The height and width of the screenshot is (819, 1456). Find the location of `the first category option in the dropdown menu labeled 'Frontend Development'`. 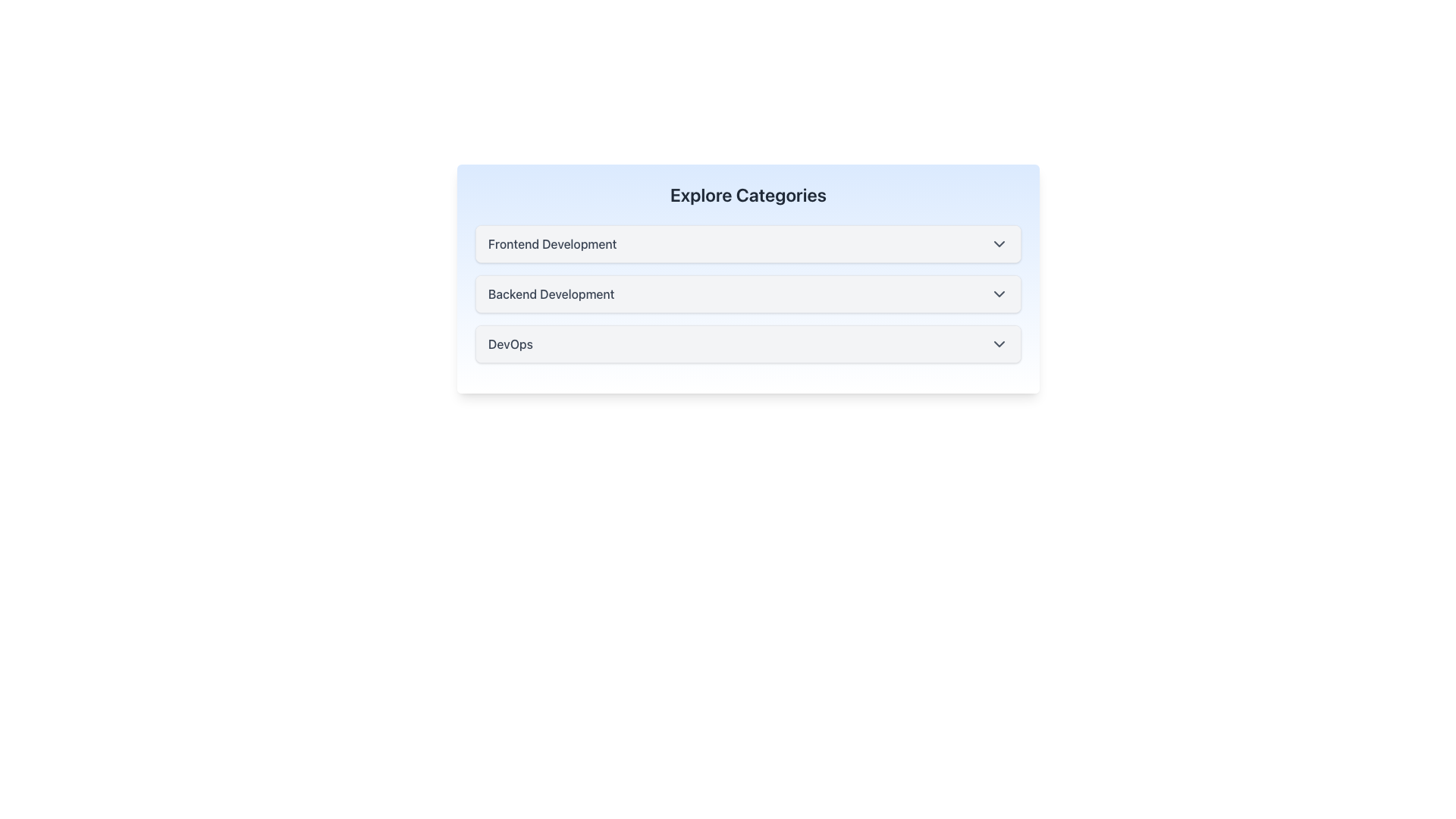

the first category option in the dropdown menu labeled 'Frontend Development' is located at coordinates (748, 243).